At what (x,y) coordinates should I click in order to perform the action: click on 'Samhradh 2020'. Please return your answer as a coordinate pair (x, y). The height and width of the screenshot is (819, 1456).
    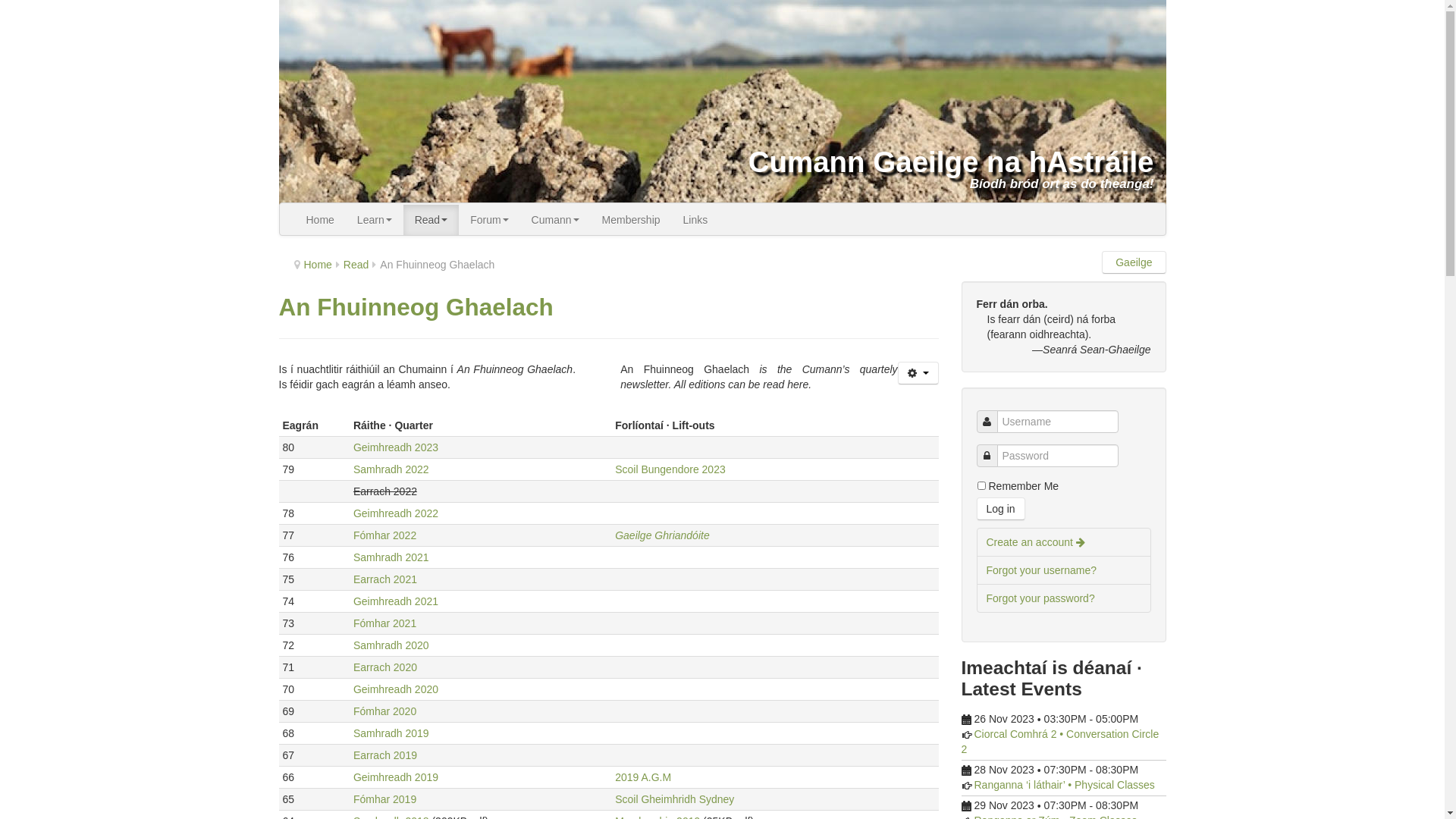
    Looking at the image, I should click on (391, 645).